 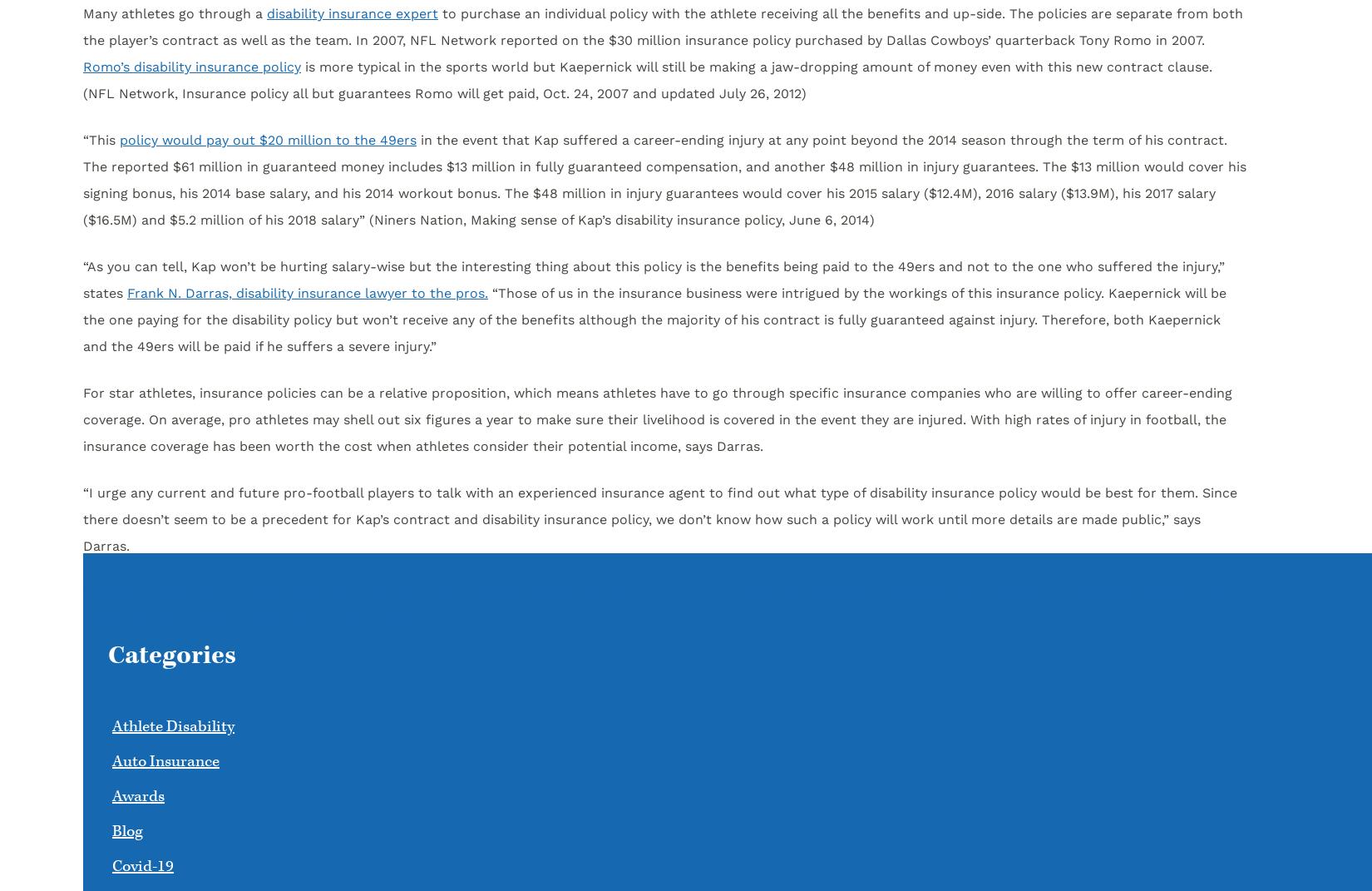 I want to click on 'Blog', so click(x=111, y=831).